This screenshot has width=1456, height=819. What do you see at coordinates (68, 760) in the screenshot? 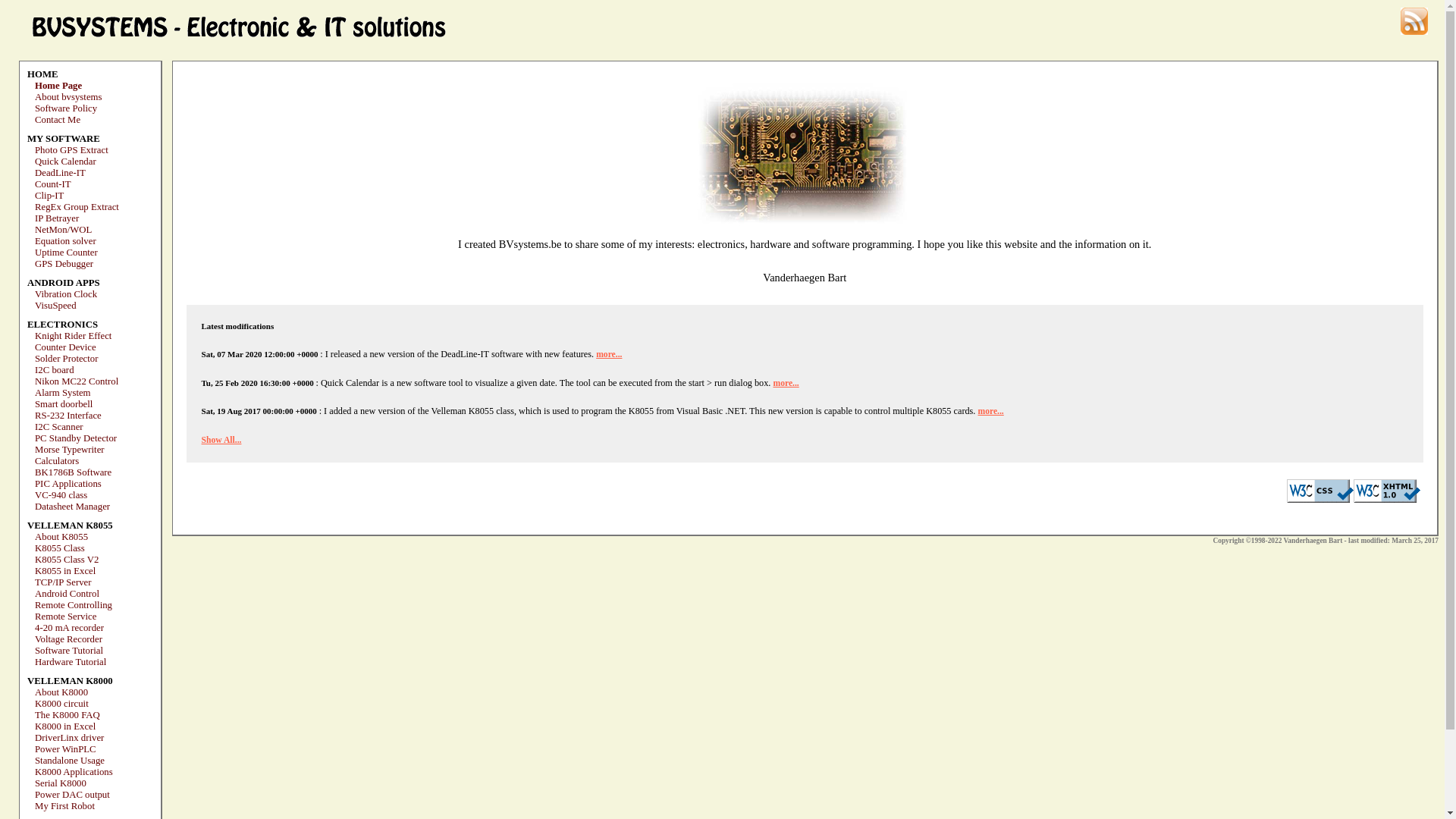
I see `'Standalone Usage'` at bounding box center [68, 760].